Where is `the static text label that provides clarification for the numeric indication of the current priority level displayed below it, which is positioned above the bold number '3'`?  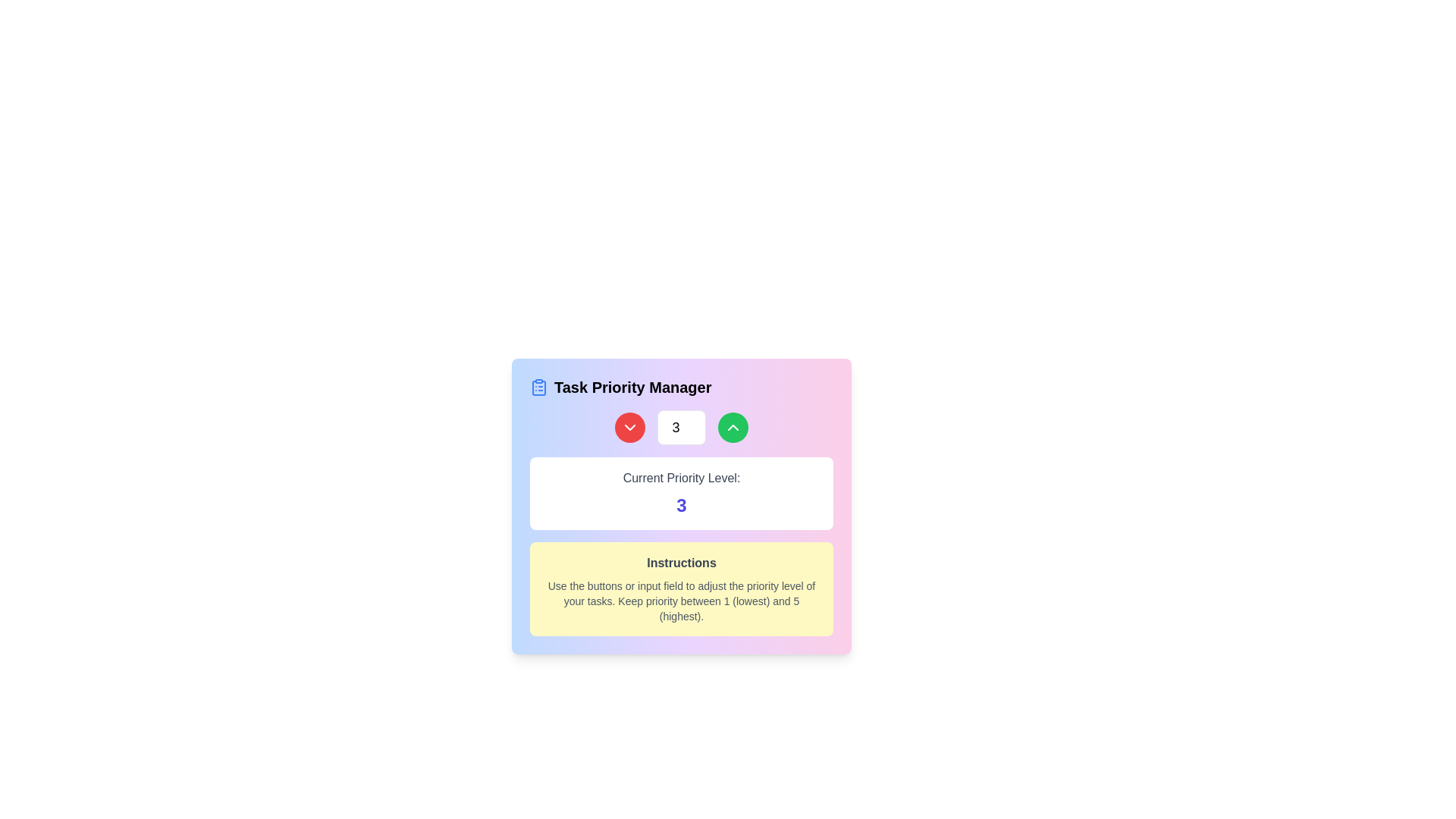
the static text label that provides clarification for the numeric indication of the current priority level displayed below it, which is positioned above the bold number '3' is located at coordinates (680, 479).